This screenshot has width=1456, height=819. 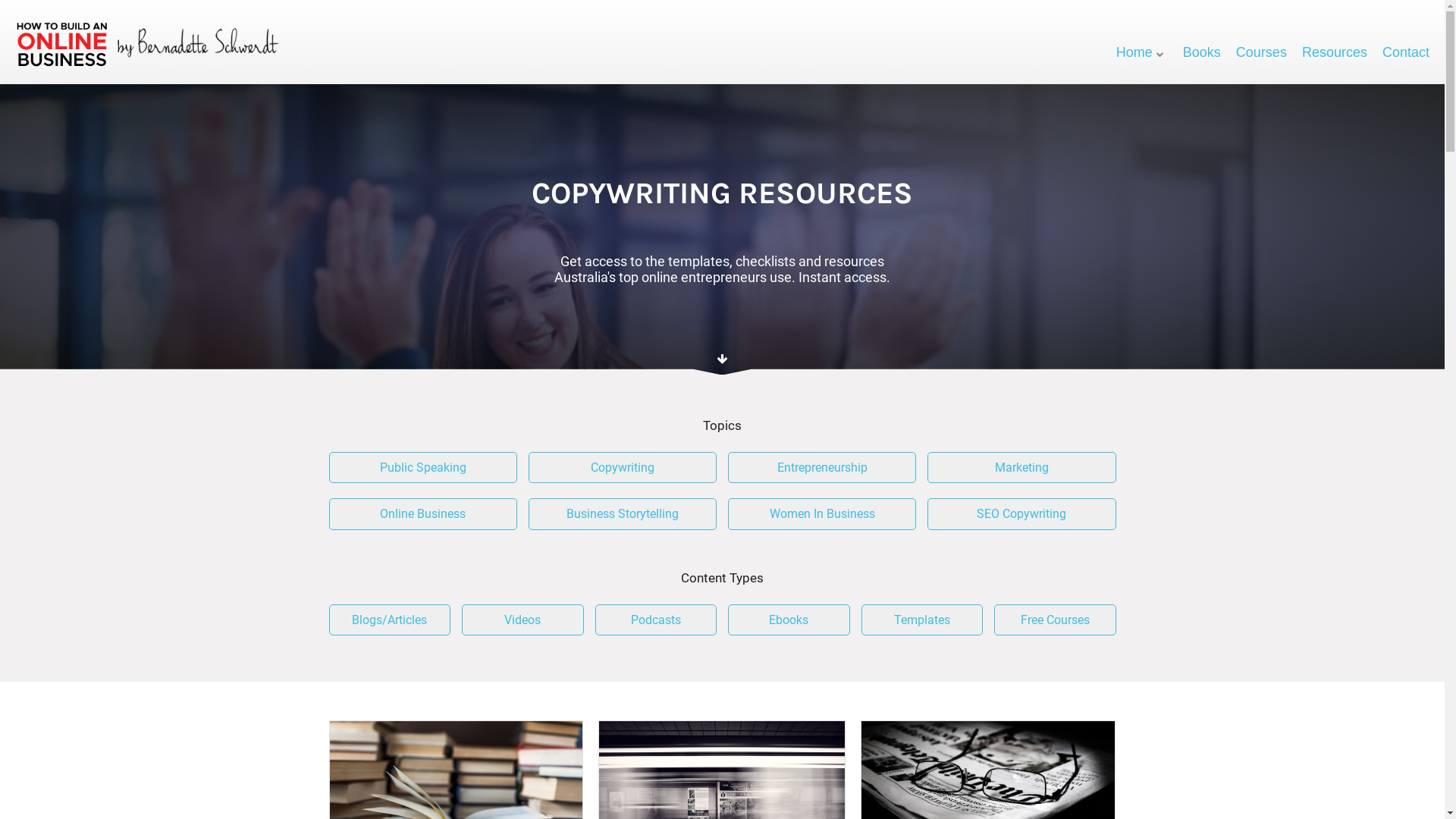 I want to click on 'Contact', so click(x=1382, y=52).